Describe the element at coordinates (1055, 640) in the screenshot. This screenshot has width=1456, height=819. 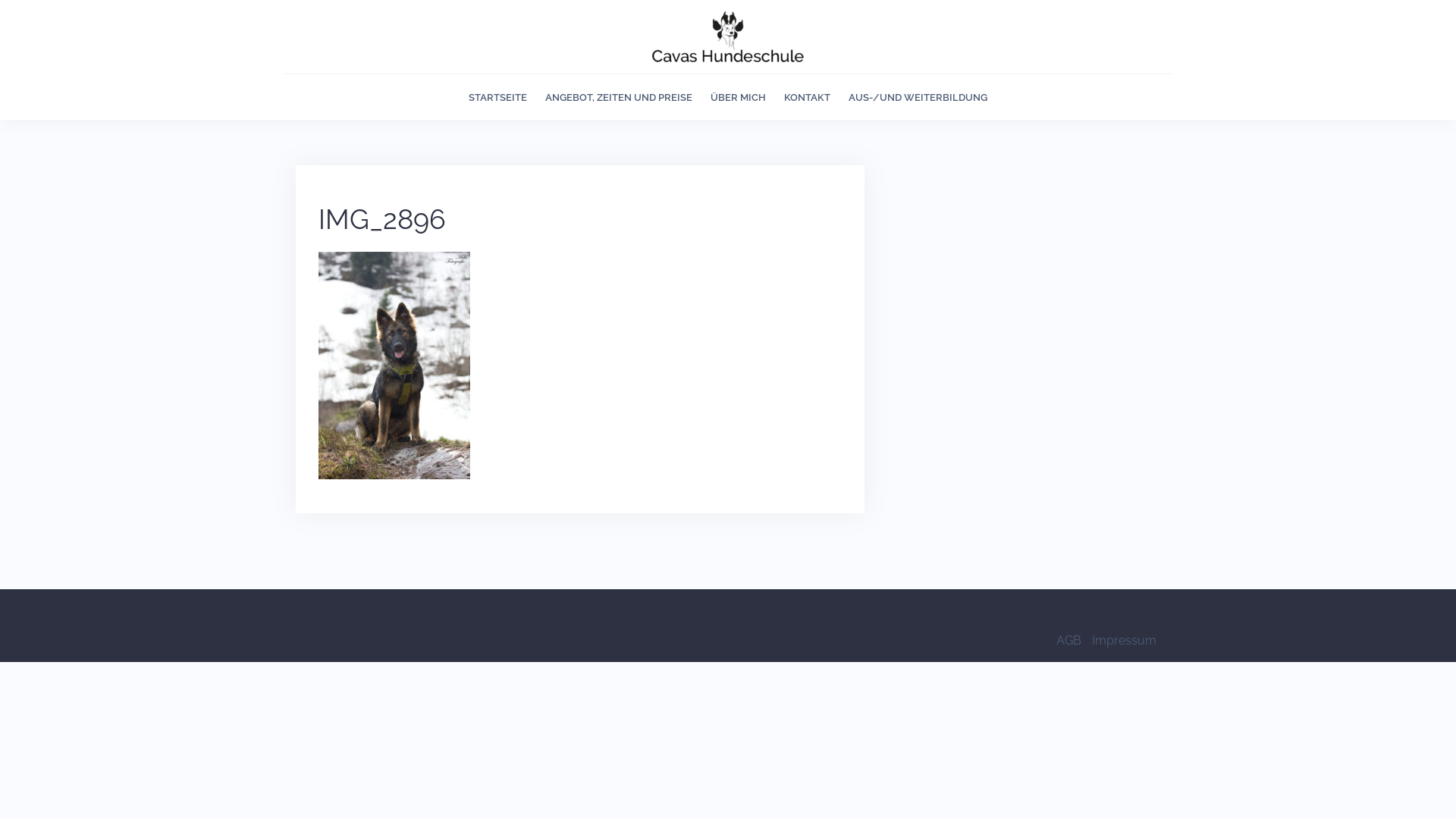
I see `'AGB'` at that location.